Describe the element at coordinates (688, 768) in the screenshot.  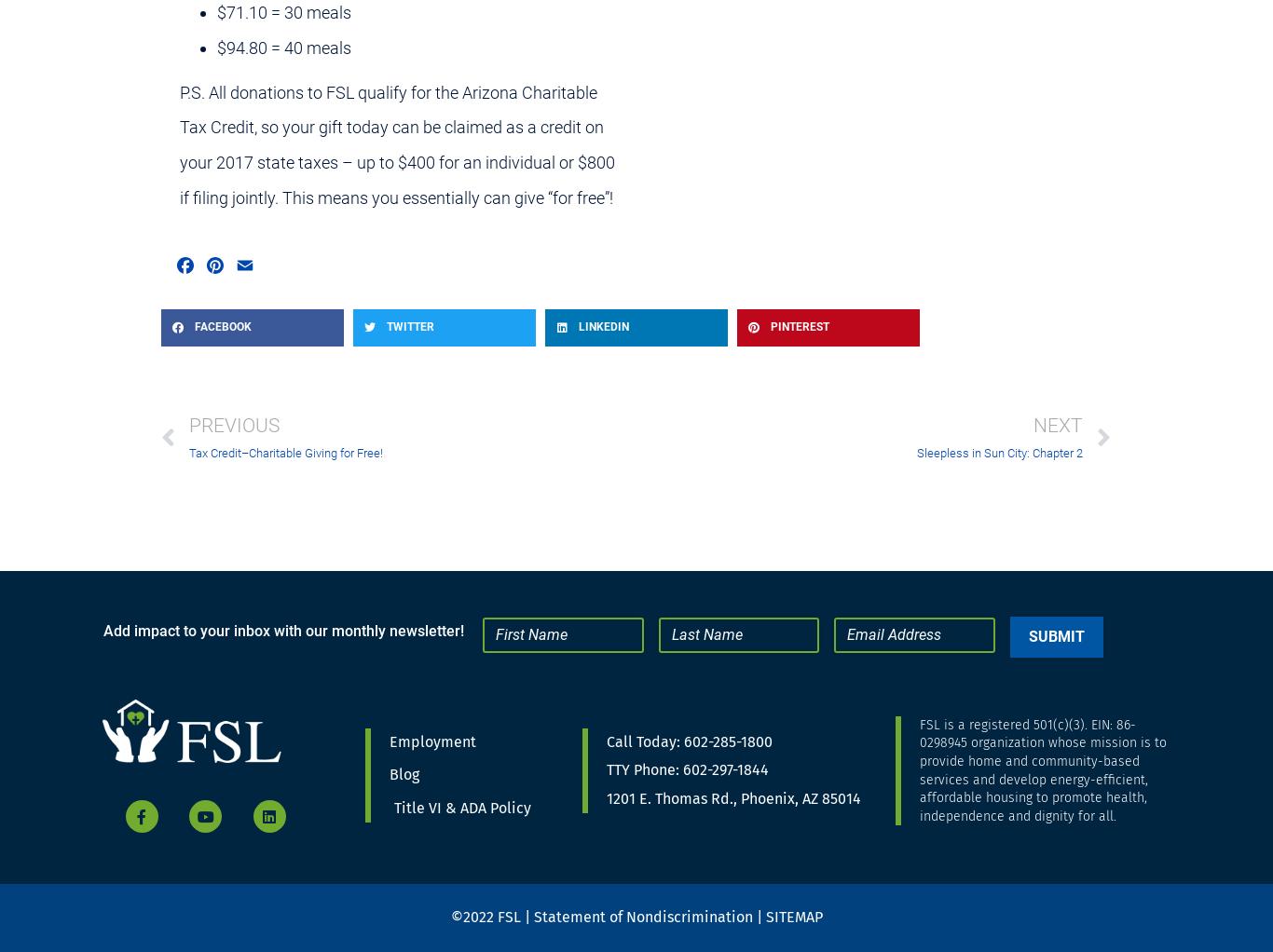
I see `'TTY Phone: 602-297-1844'` at that location.